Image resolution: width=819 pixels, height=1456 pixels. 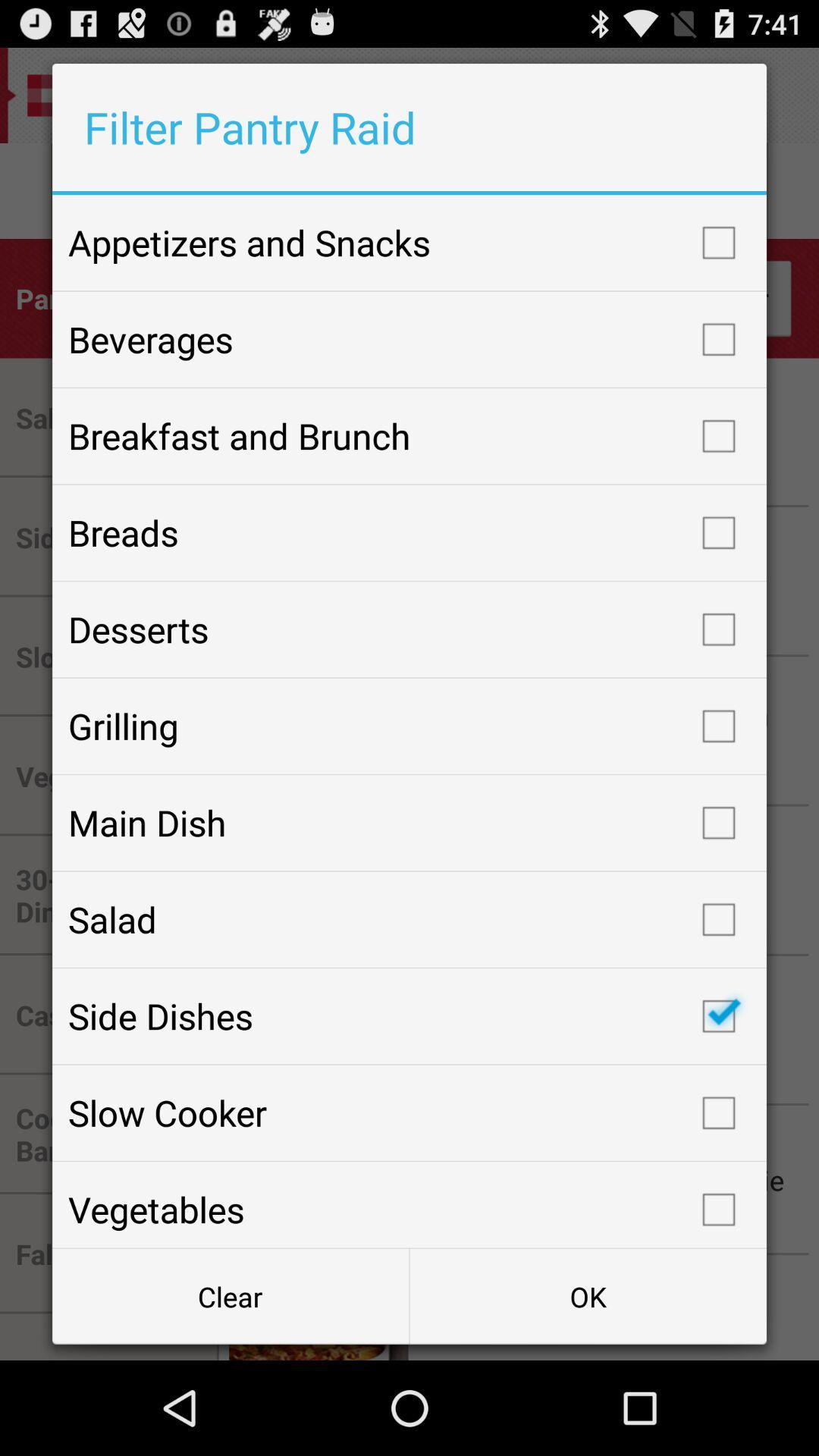 I want to click on appetizers and snacks icon, so click(x=409, y=243).